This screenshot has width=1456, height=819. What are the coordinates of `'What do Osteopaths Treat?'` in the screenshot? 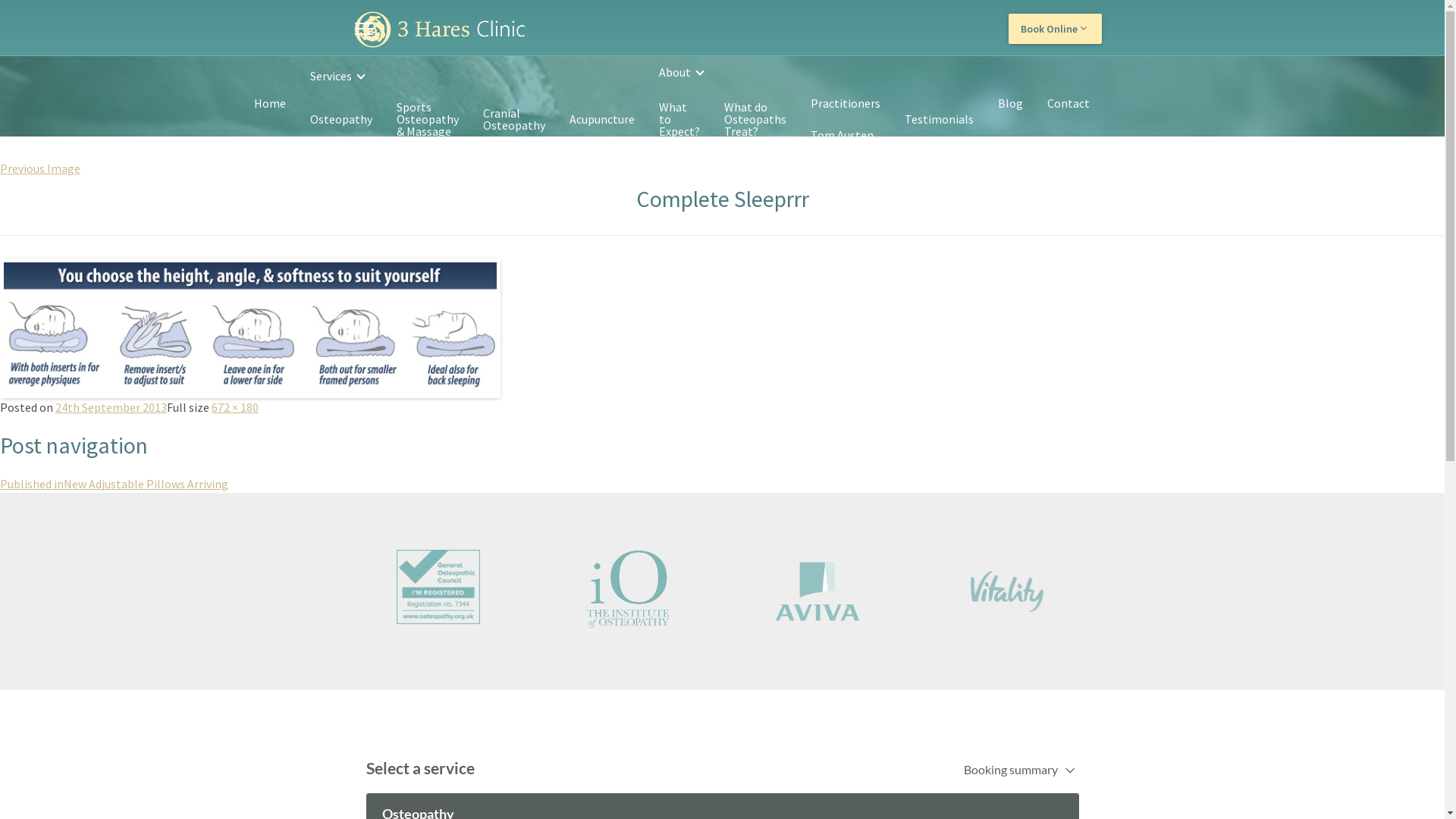 It's located at (710, 118).